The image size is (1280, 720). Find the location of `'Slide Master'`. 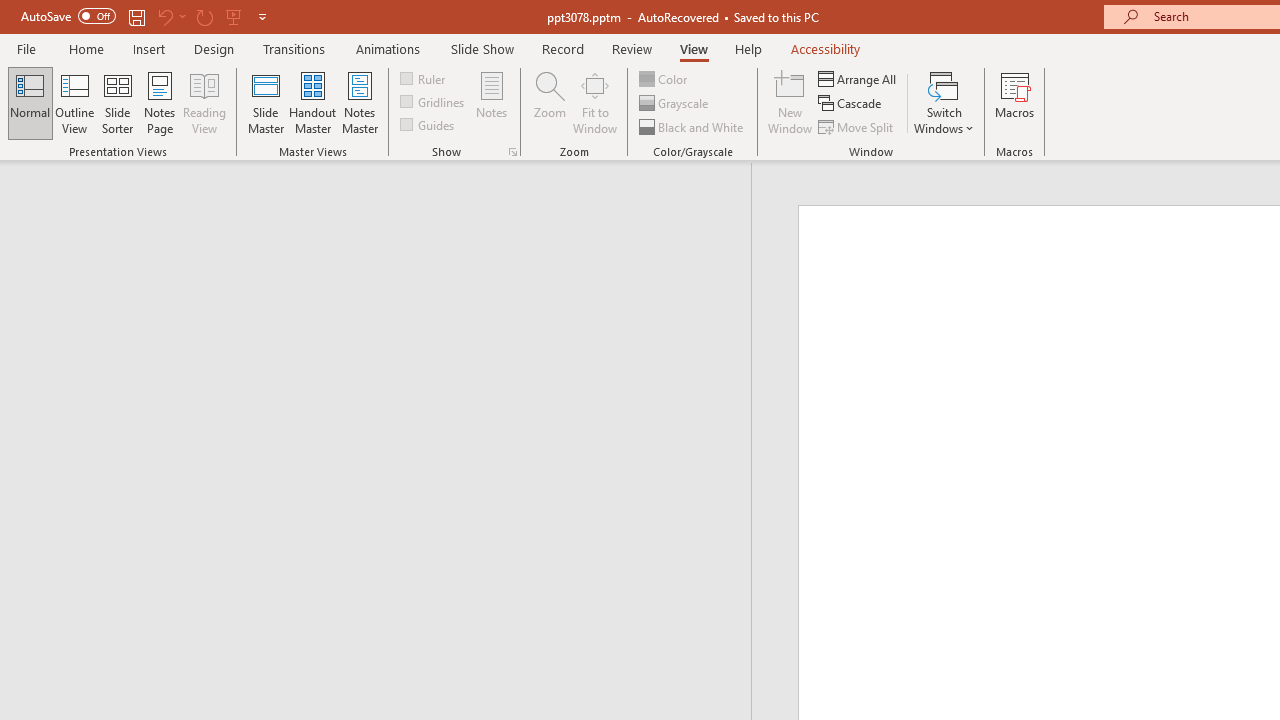

'Slide Master' is located at coordinates (264, 103).